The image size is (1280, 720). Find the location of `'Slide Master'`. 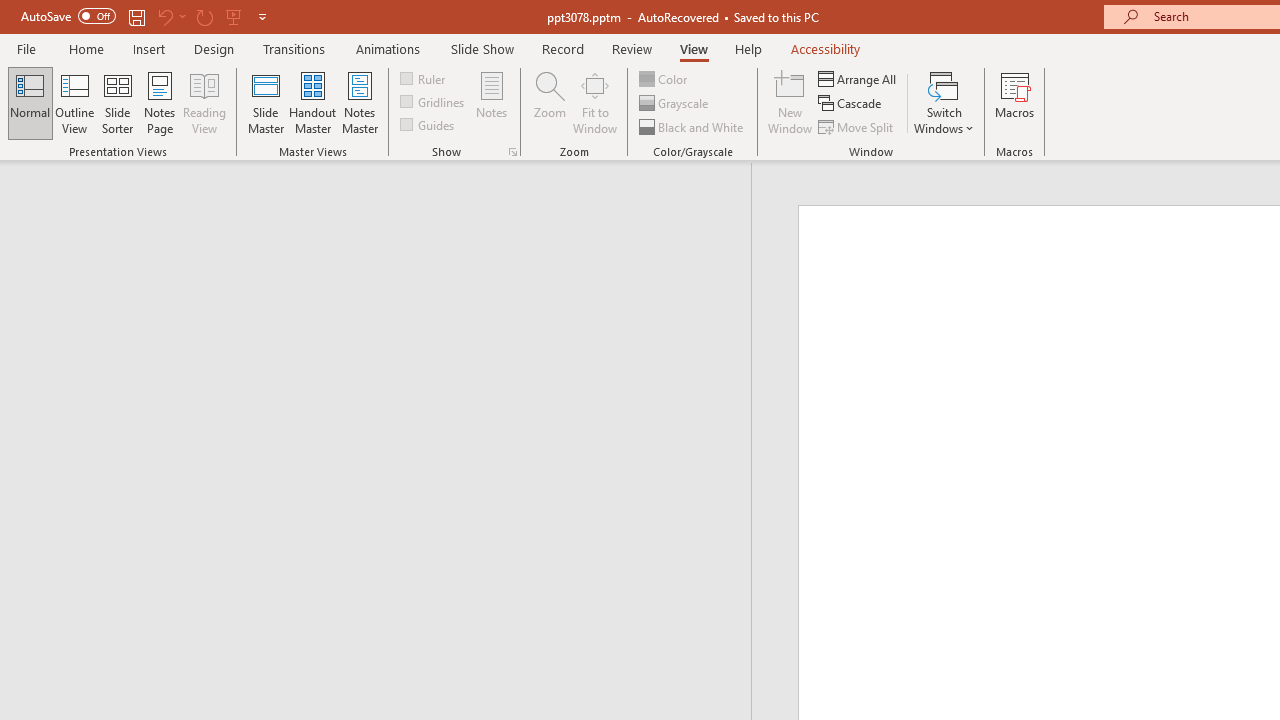

'Slide Master' is located at coordinates (264, 103).